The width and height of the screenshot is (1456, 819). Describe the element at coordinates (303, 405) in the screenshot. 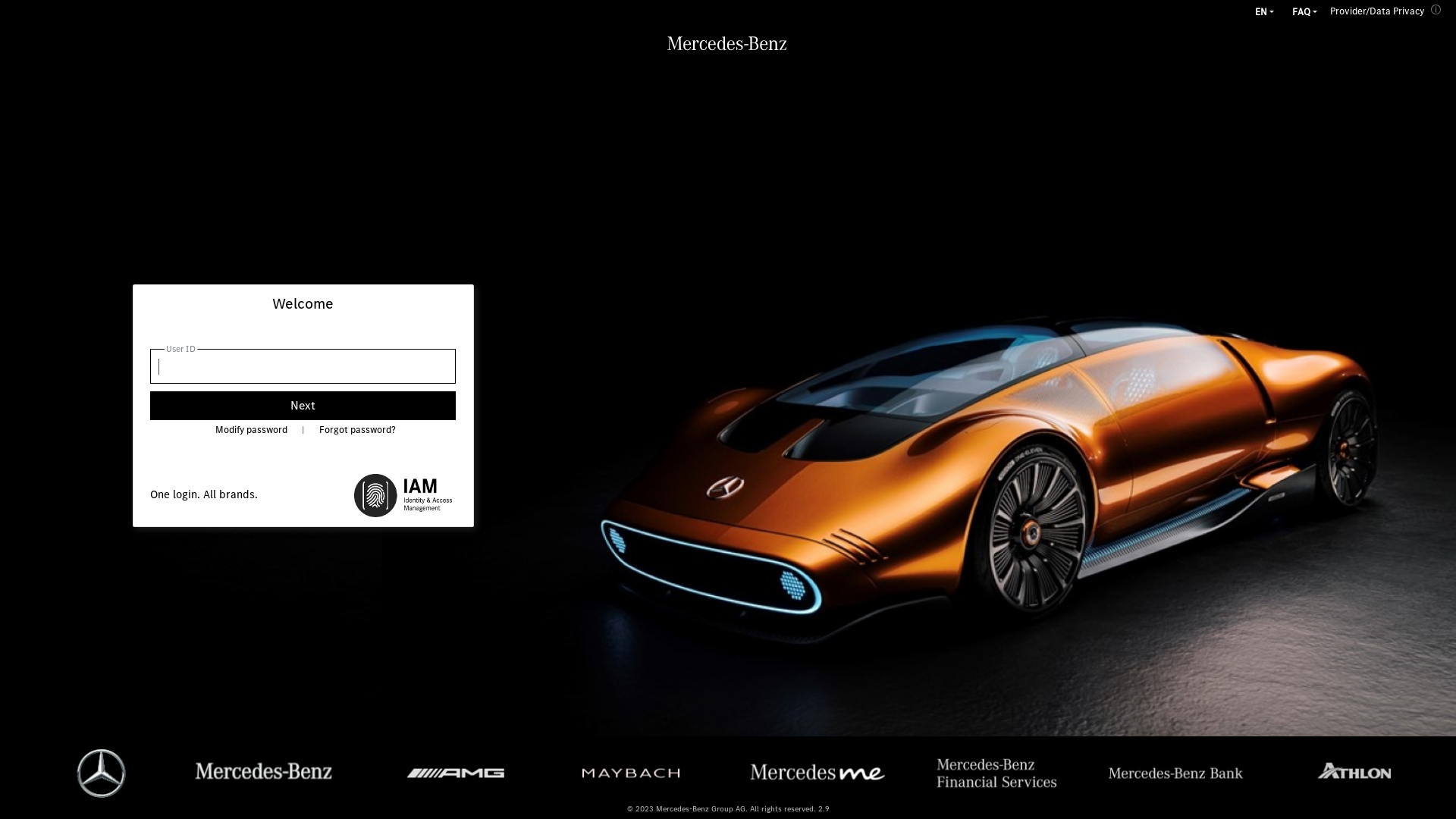

I see `'Next'` at that location.